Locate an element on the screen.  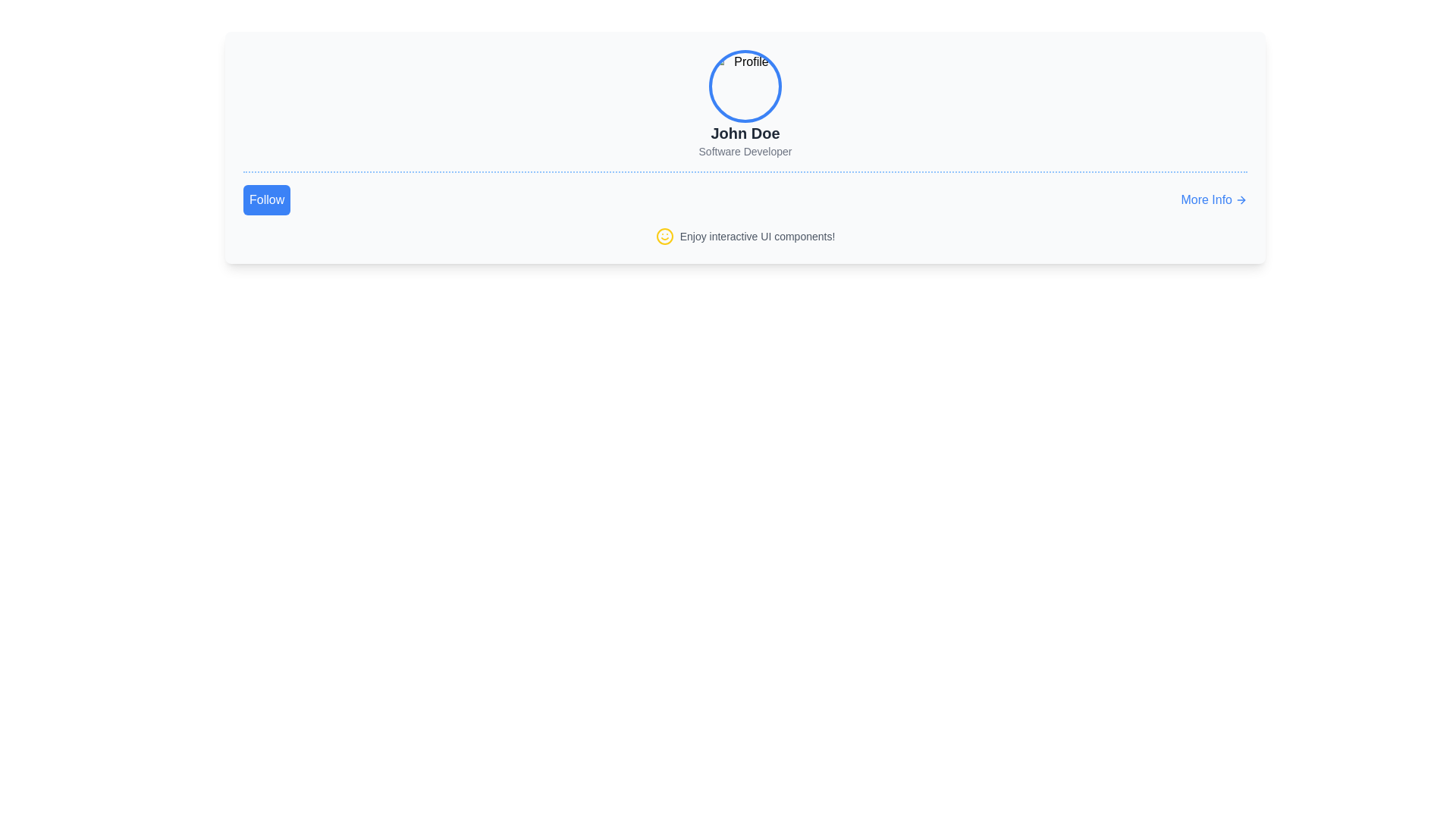
the 'Follow' button, which is a blue rectangular button with rounded corners and white text, to observe visual style changes is located at coordinates (267, 199).